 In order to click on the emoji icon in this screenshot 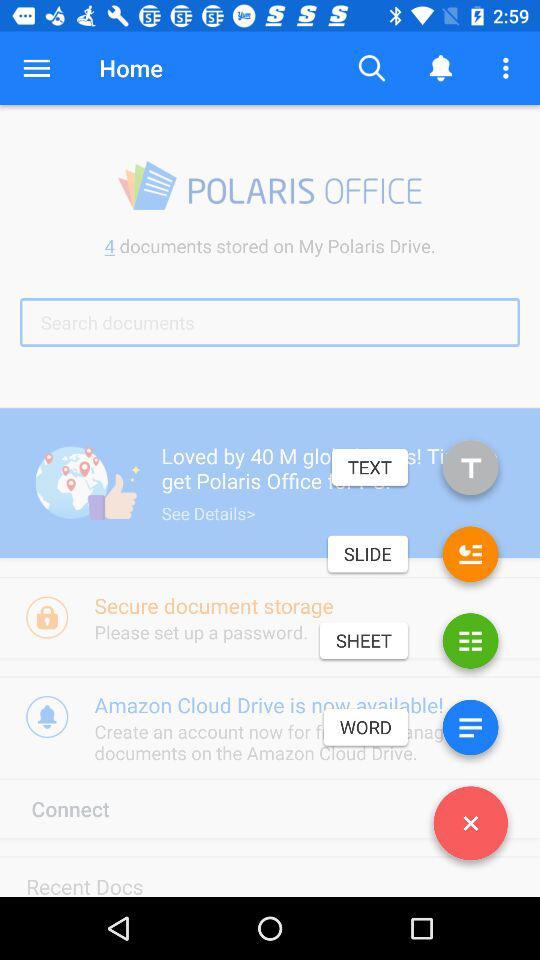, I will do `click(470, 558)`.